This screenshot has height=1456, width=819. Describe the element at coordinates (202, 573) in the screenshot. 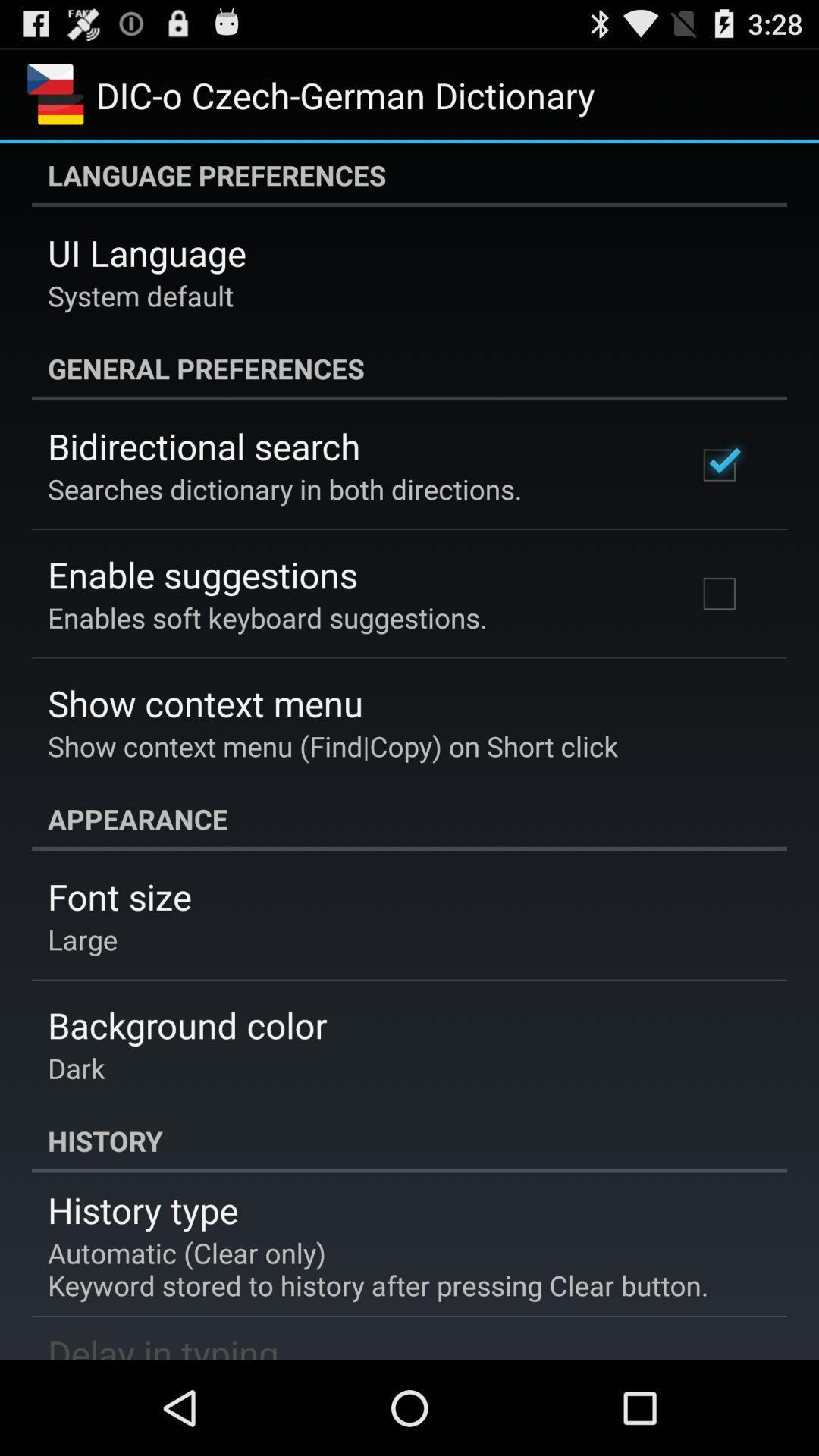

I see `the enable suggestions item` at that location.